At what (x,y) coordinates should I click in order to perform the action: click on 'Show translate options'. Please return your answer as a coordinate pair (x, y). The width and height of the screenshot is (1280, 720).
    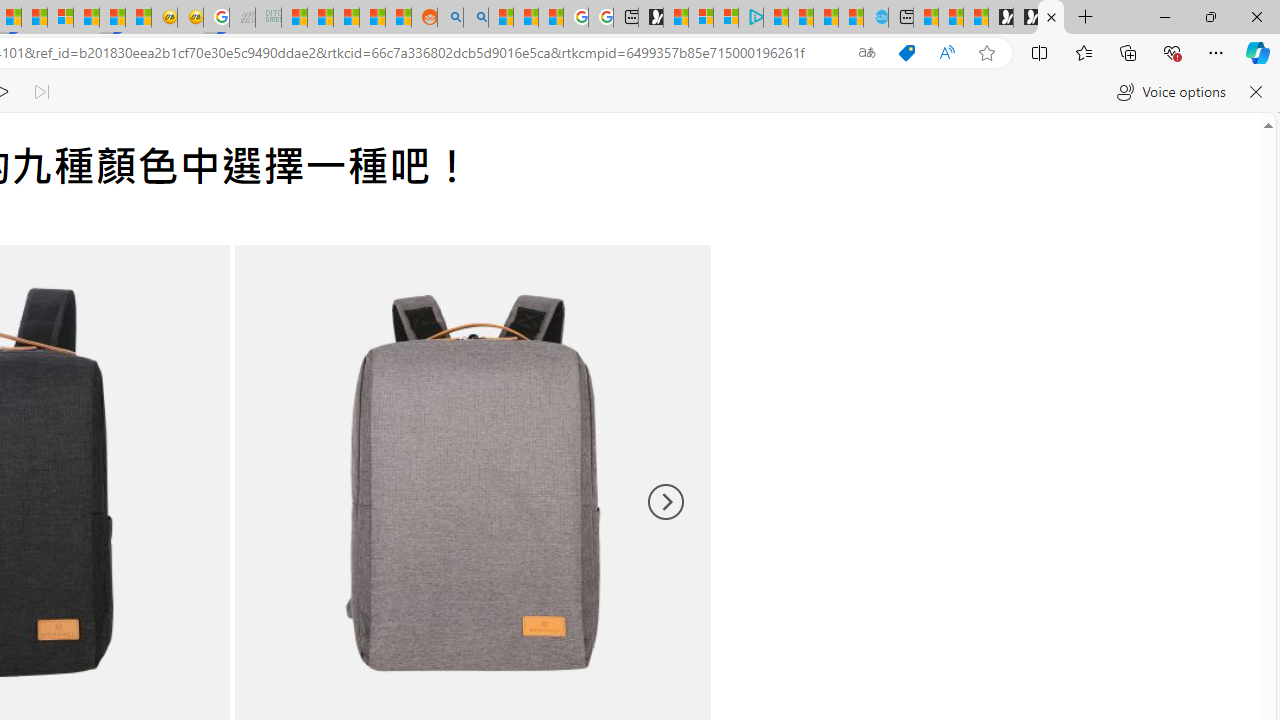
    Looking at the image, I should click on (867, 52).